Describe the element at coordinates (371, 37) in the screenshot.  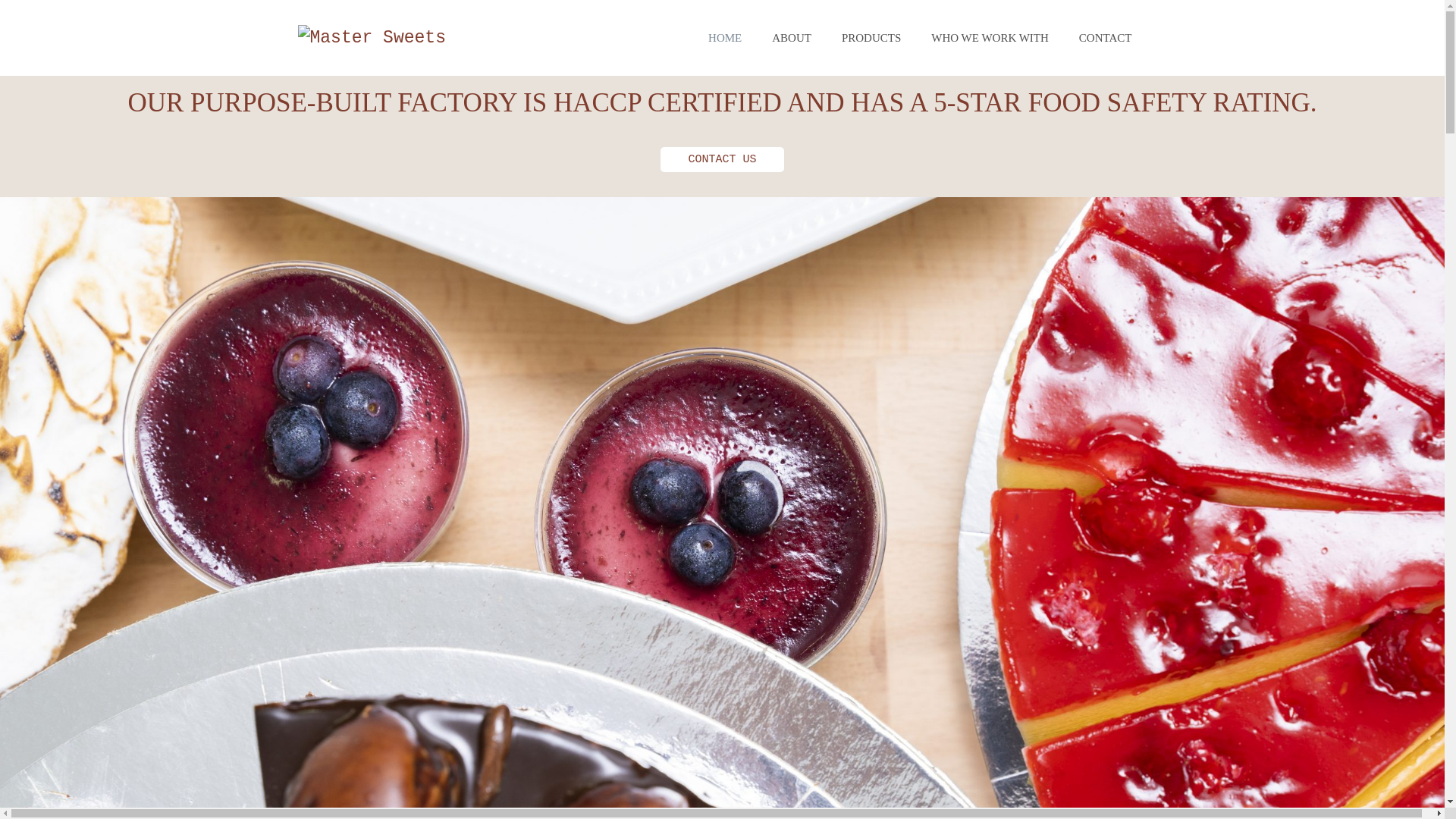
I see `'Master Sweets'` at that location.